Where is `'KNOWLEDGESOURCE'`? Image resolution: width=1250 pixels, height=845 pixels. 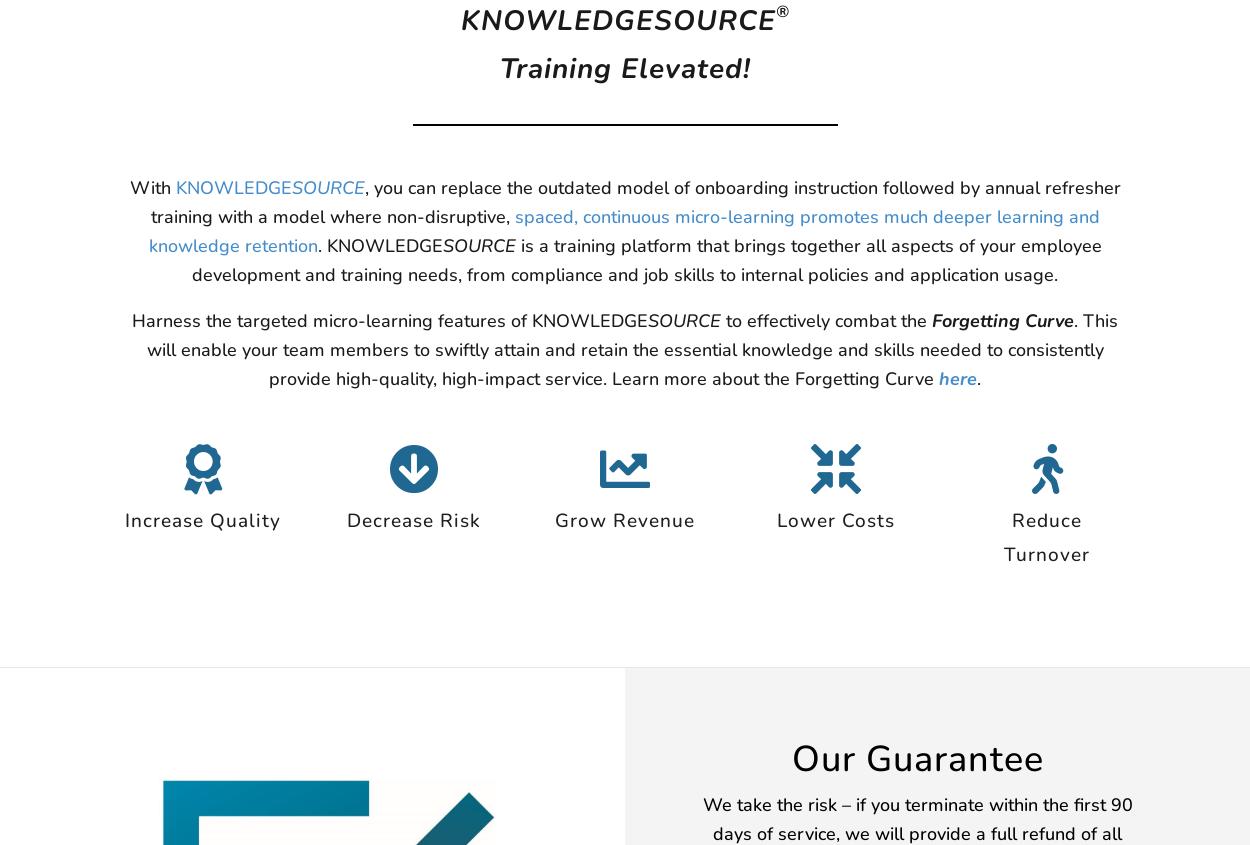 'KNOWLEDGESOURCE' is located at coordinates (616, 20).